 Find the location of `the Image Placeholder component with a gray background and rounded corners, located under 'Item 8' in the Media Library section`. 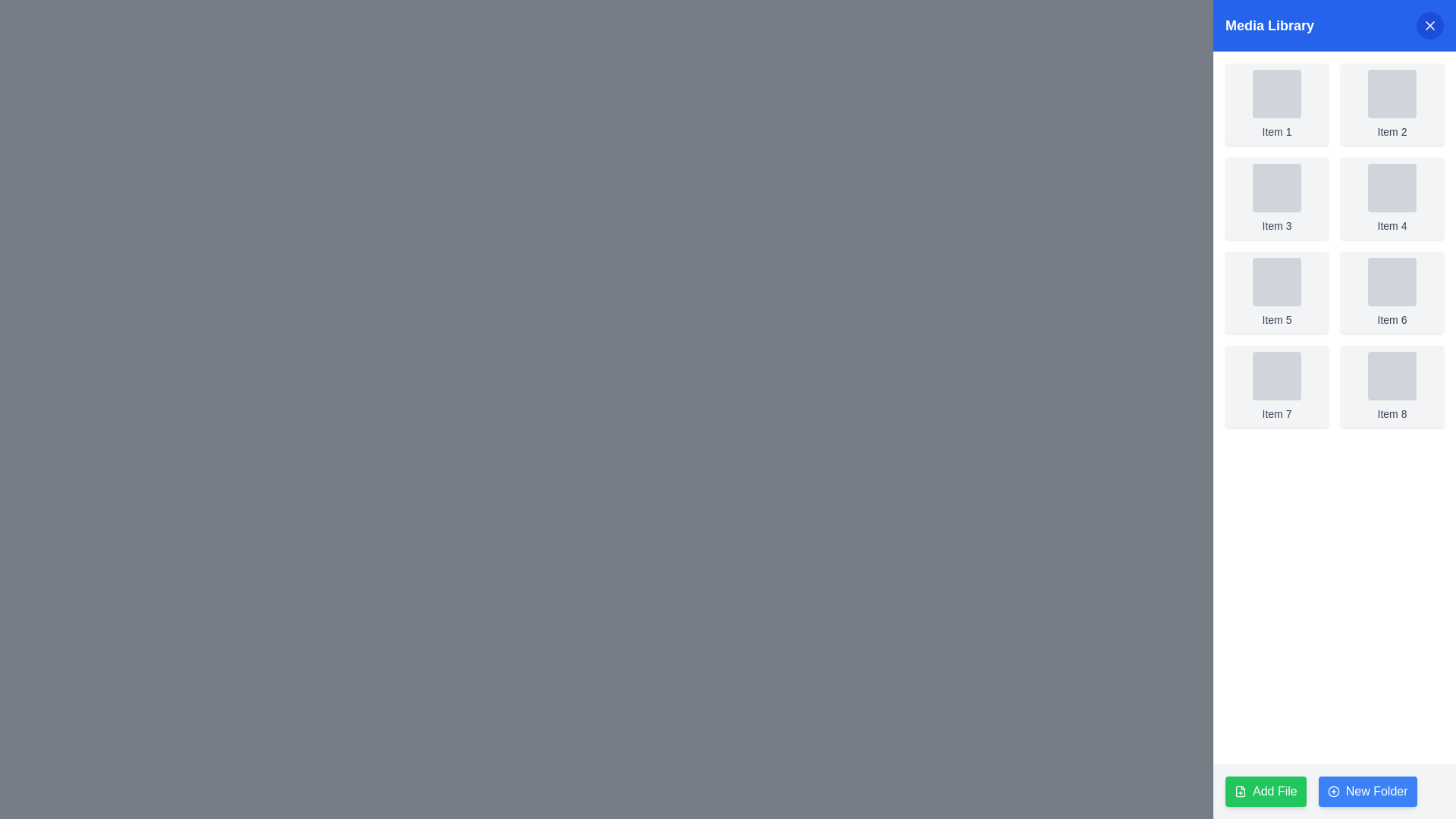

the Image Placeholder component with a gray background and rounded corners, located under 'Item 8' in the Media Library section is located at coordinates (1392, 375).